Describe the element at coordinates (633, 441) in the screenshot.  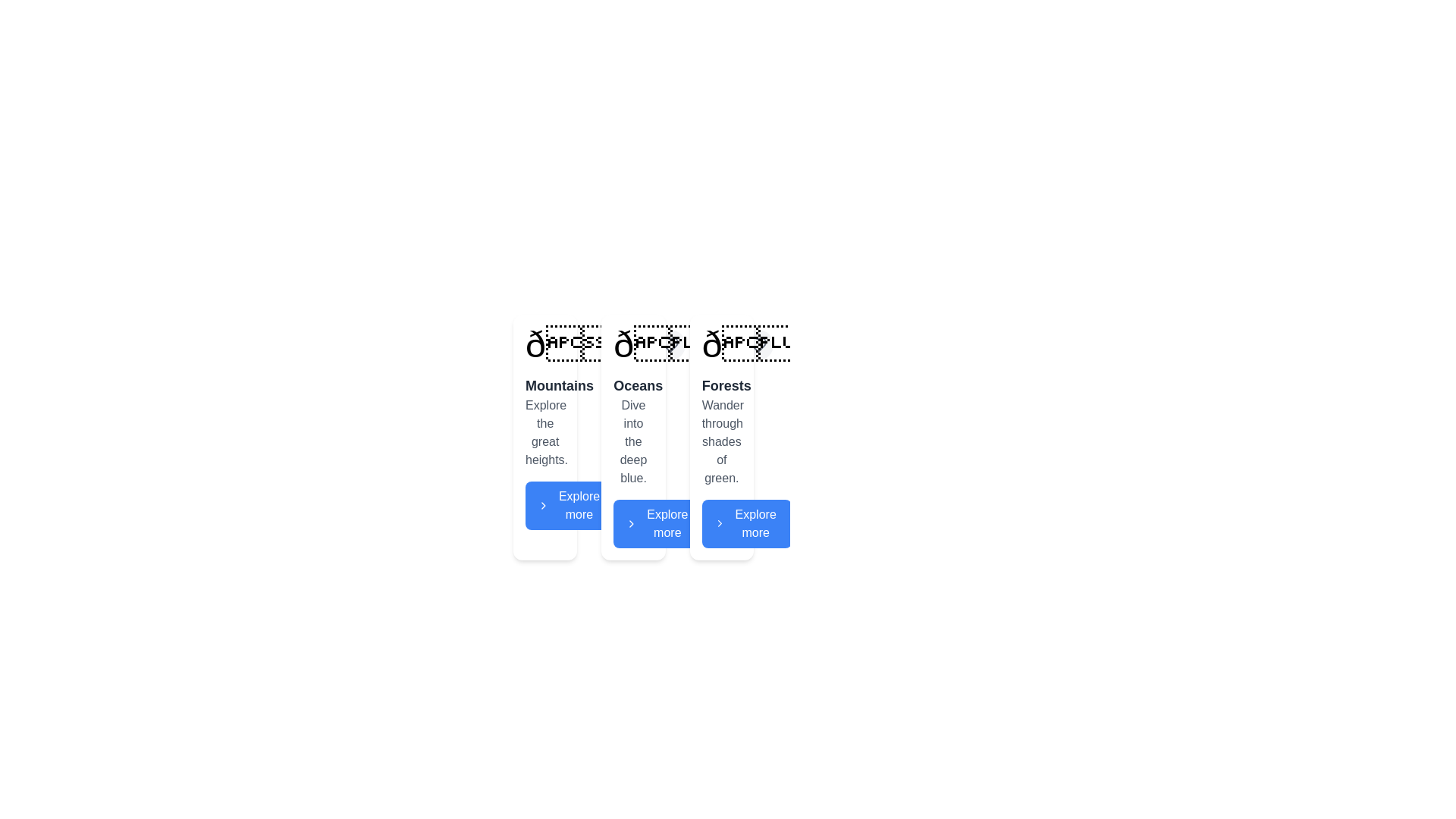
I see `the Text Block that provides descriptive content related to the 'Oceans' theme, located in the center column of a three-card layout, below the header 'Oceans' and above the button labeled 'Explore more'` at that location.